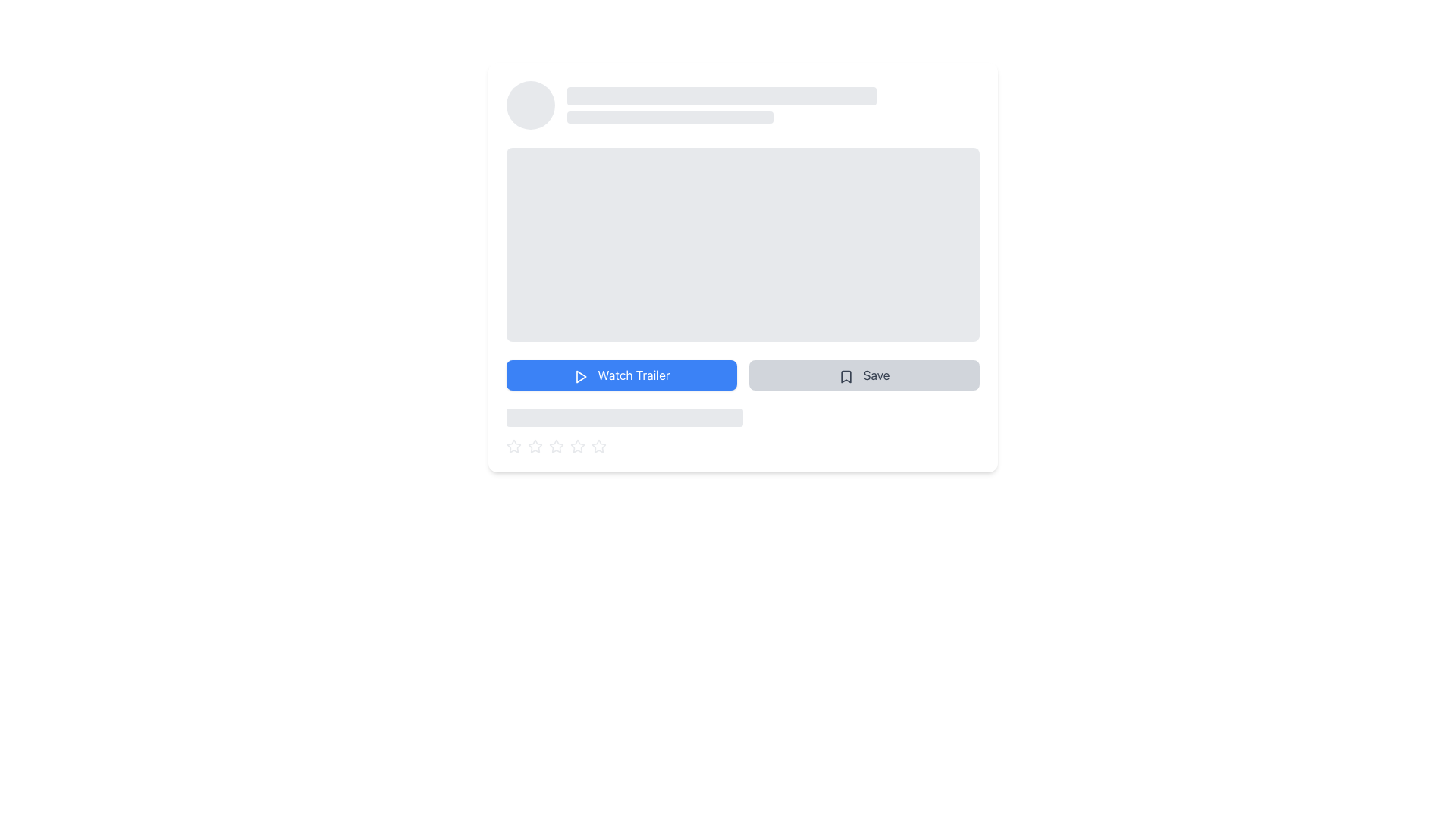 The height and width of the screenshot is (819, 1456). I want to click on the save button, which is located immediately to the right of the blue 'Watch Trailer' button, so click(864, 375).